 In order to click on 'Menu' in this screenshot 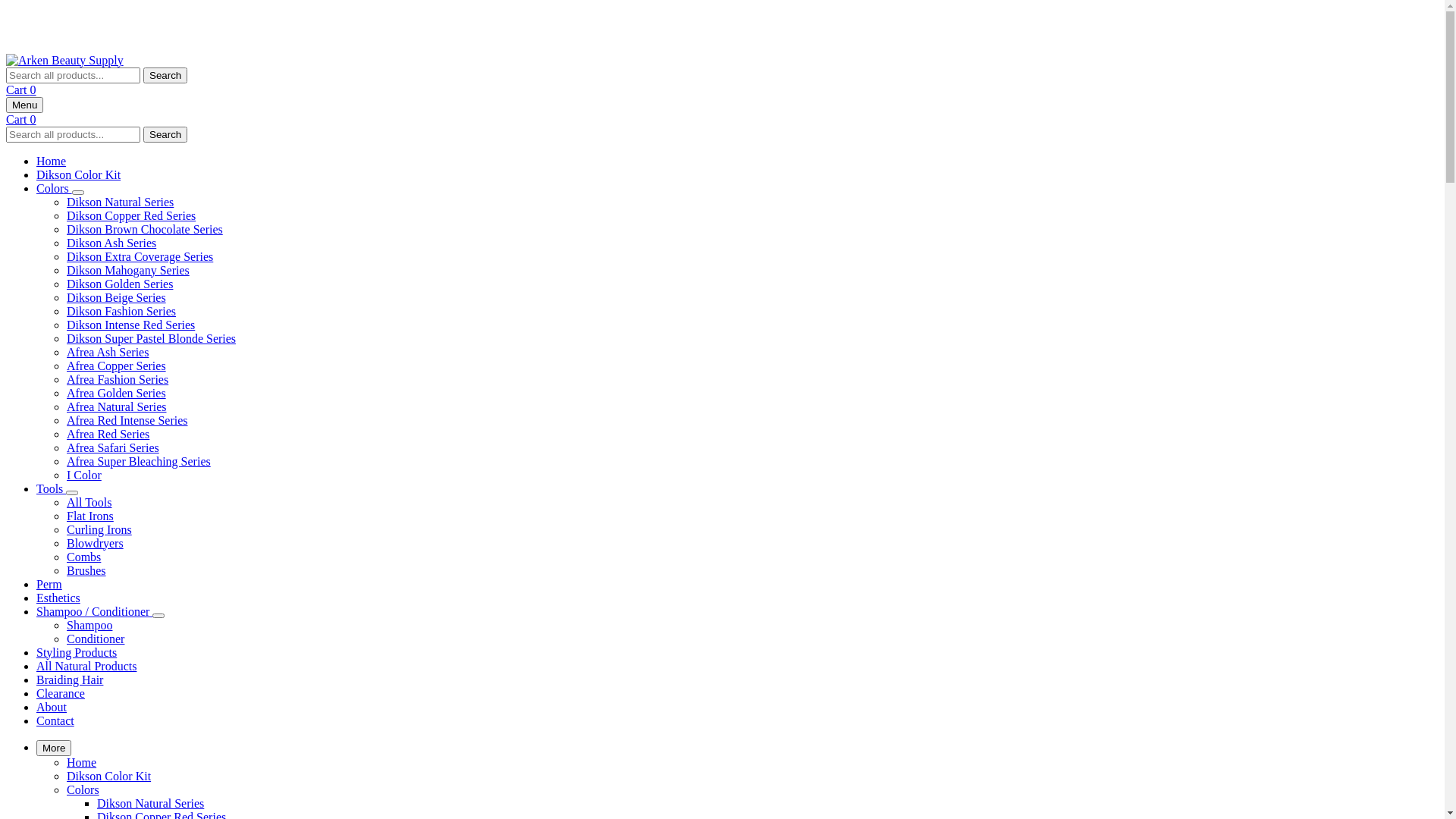, I will do `click(24, 104)`.